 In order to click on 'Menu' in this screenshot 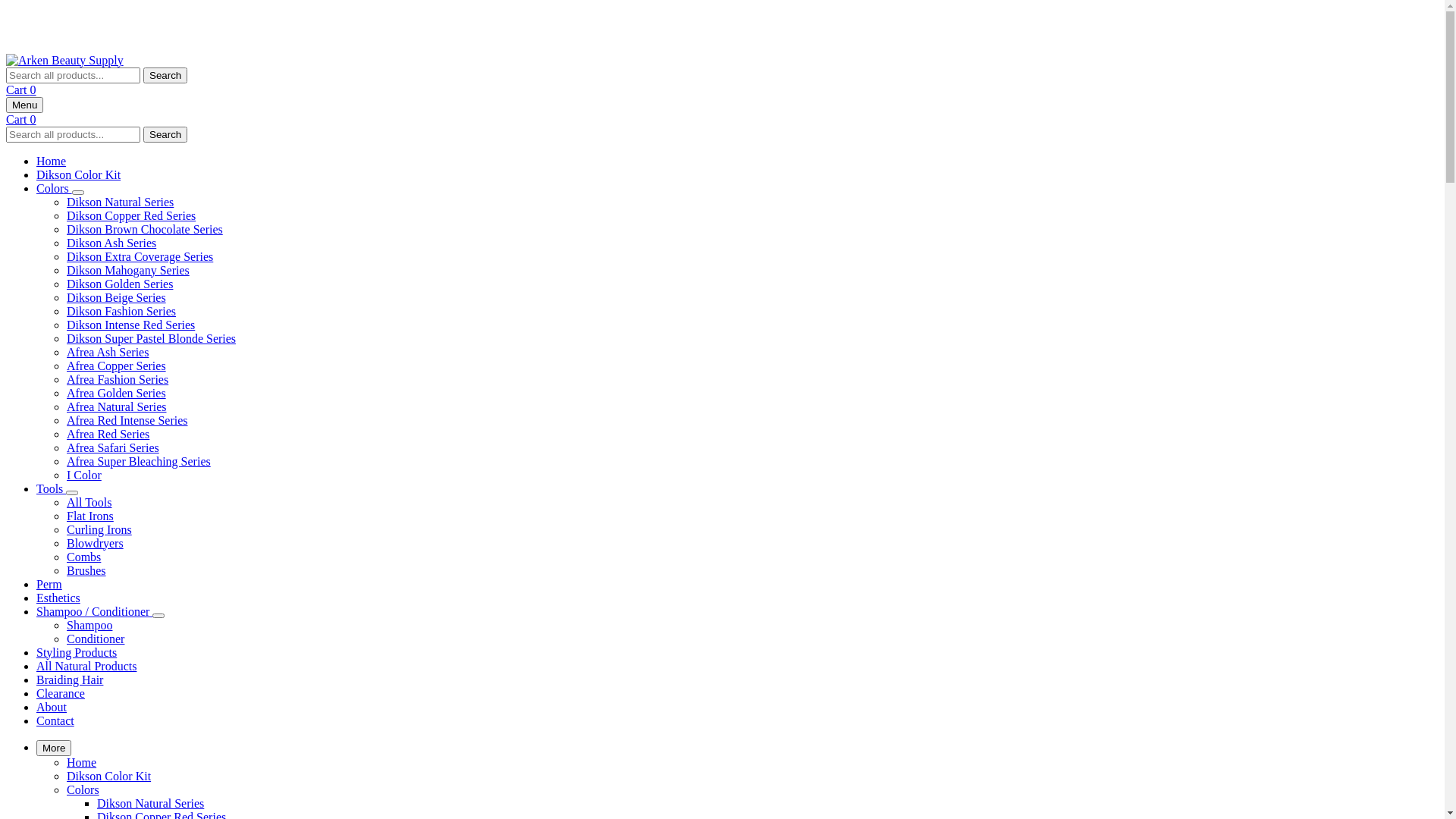, I will do `click(24, 104)`.